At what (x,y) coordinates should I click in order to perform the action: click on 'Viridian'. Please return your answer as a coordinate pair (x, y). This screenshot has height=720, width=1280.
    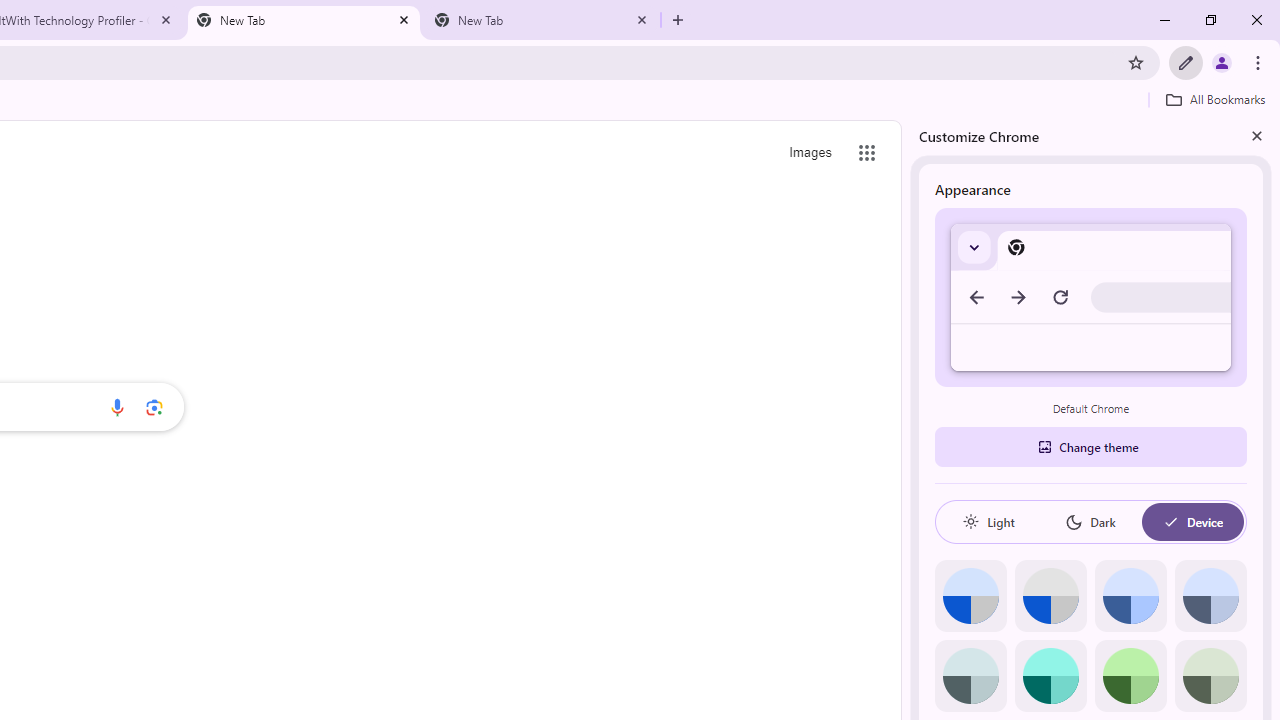
    Looking at the image, I should click on (1209, 675).